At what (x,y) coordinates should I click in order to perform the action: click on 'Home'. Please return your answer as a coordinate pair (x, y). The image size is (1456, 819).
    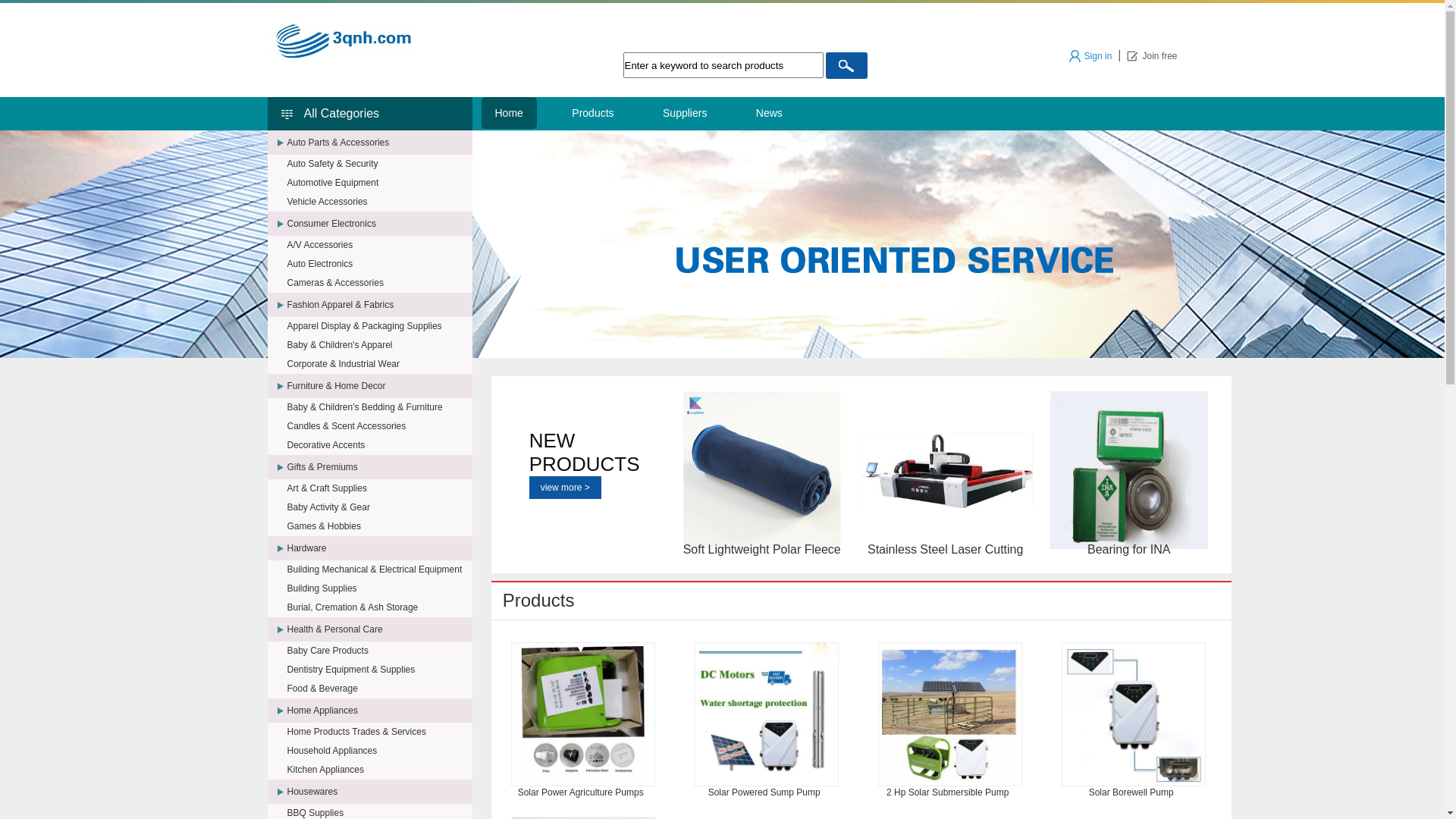
    Looking at the image, I should click on (508, 112).